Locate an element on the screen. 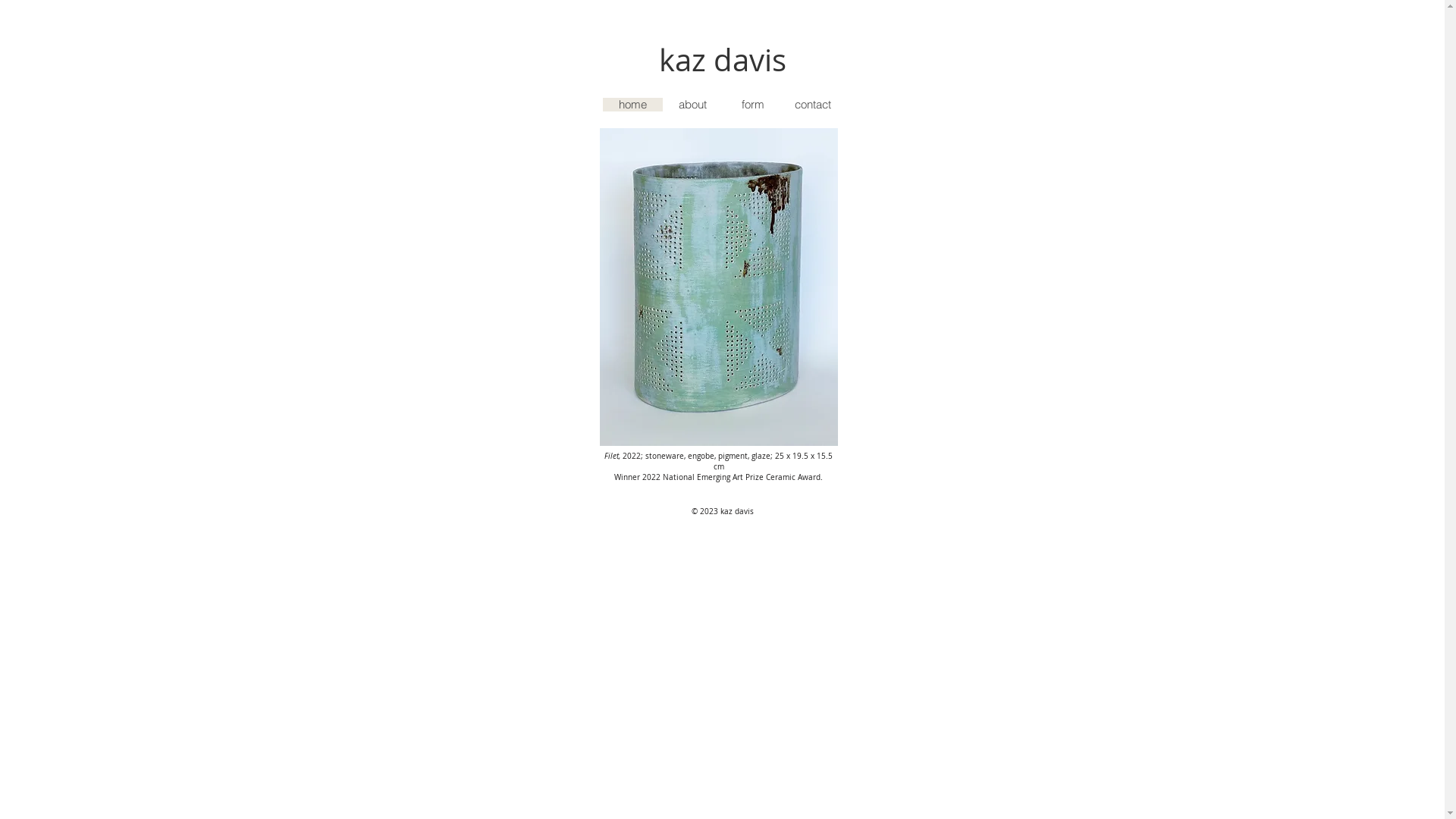  'contact' is located at coordinates (783, 104).